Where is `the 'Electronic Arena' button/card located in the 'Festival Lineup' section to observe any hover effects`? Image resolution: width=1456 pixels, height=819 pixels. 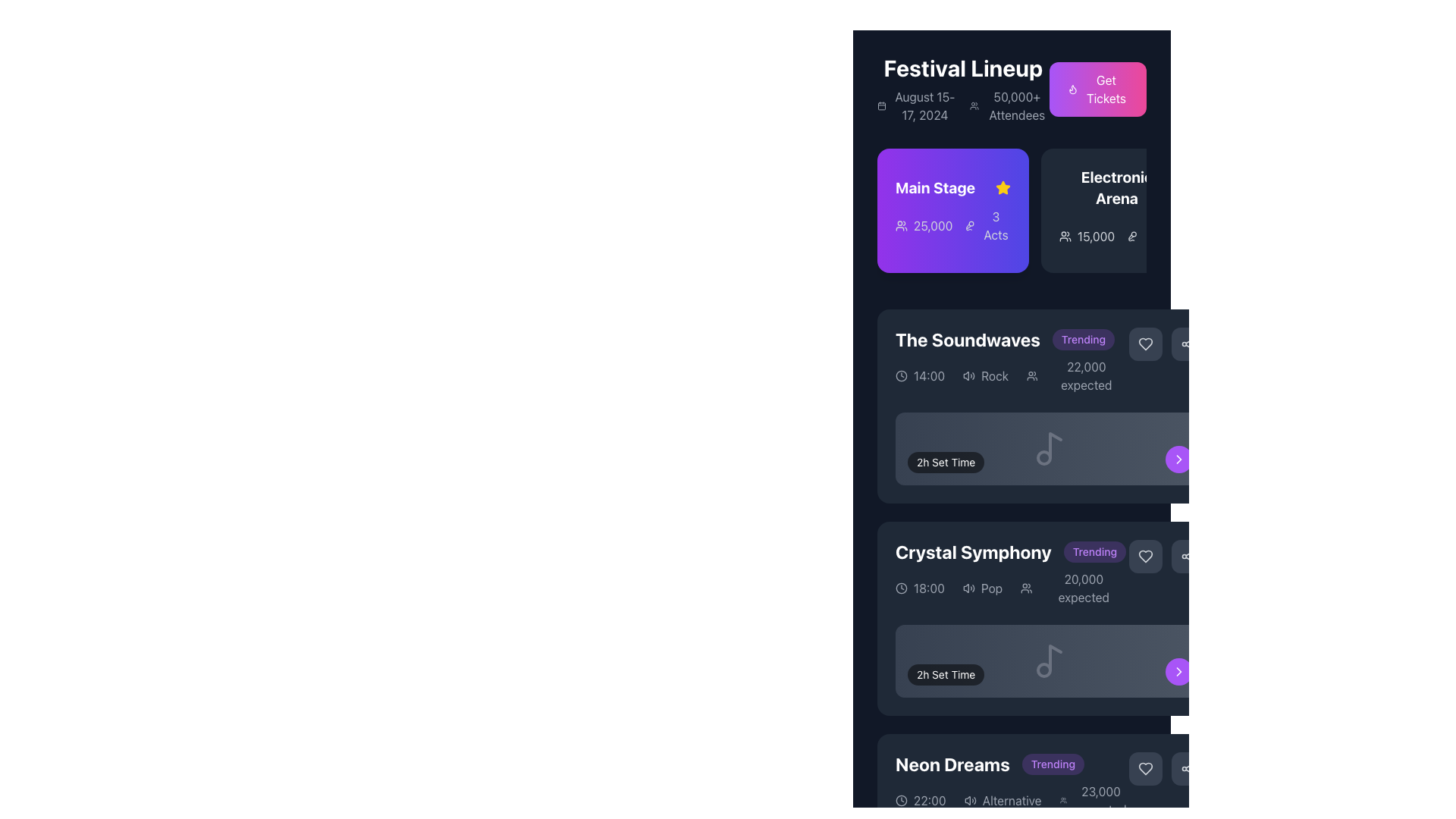 the 'Electronic Arena' button/card located in the 'Festival Lineup' section to observe any hover effects is located at coordinates (1117, 210).